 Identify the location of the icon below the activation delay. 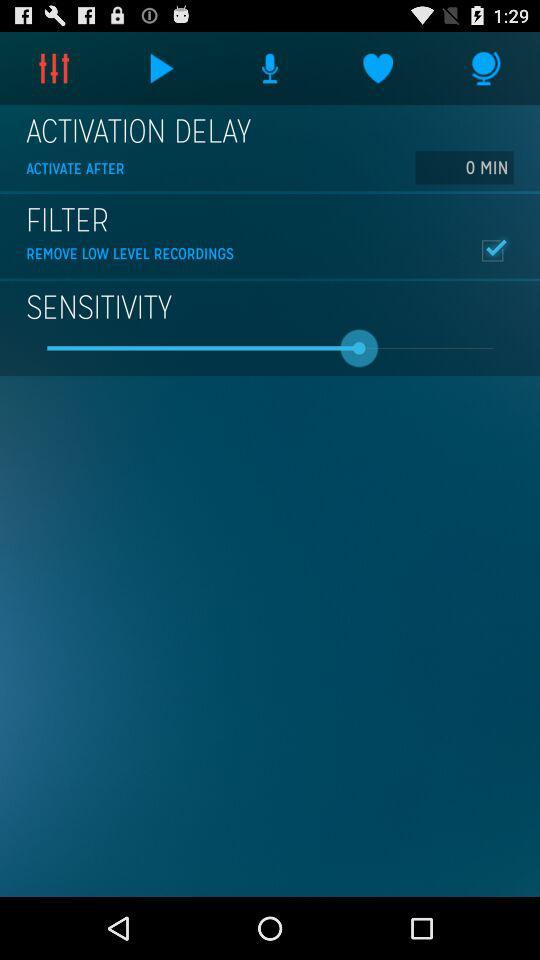
(464, 166).